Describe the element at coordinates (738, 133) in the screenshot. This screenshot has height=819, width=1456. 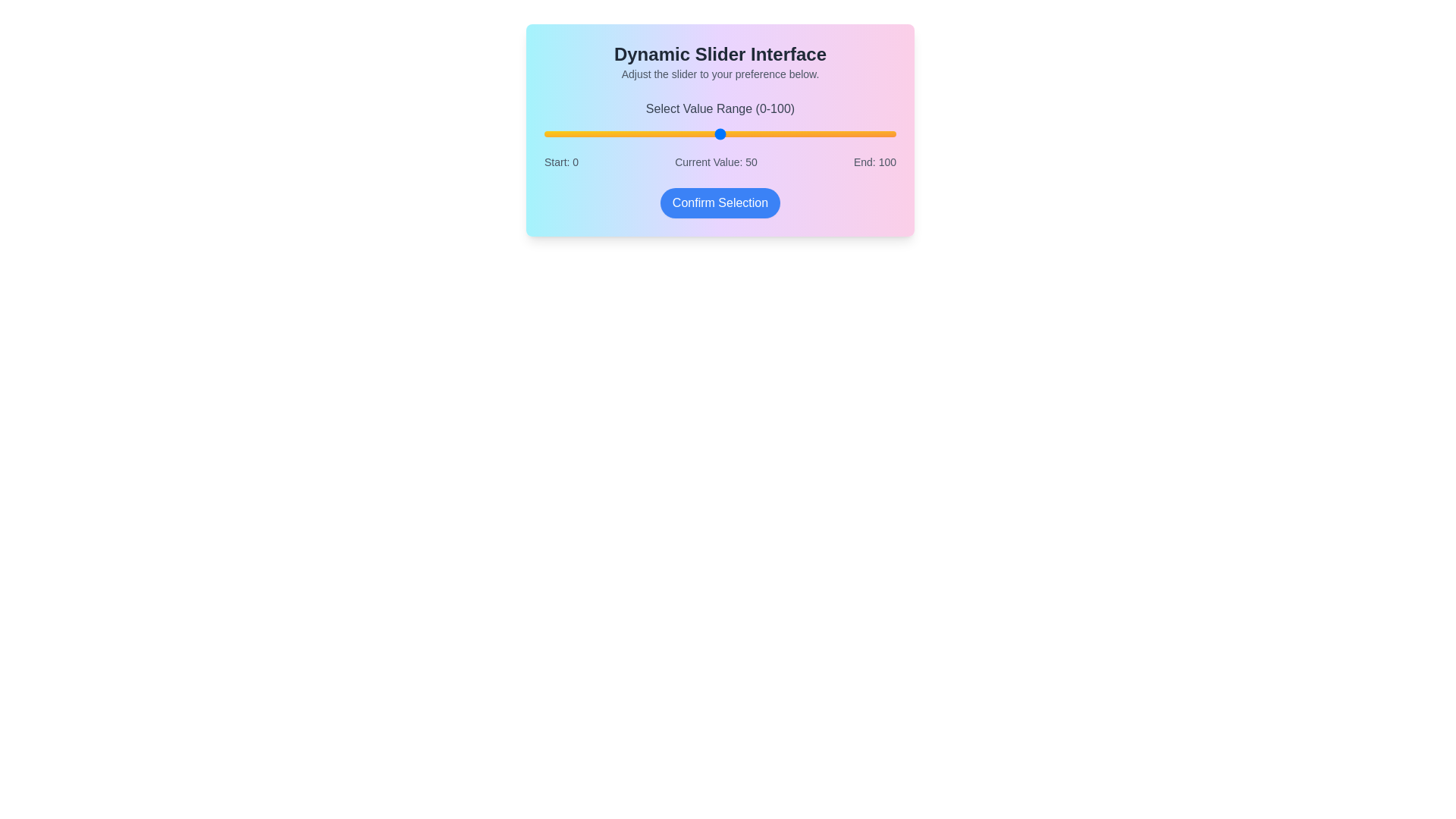
I see `the slider to set the value to 55` at that location.